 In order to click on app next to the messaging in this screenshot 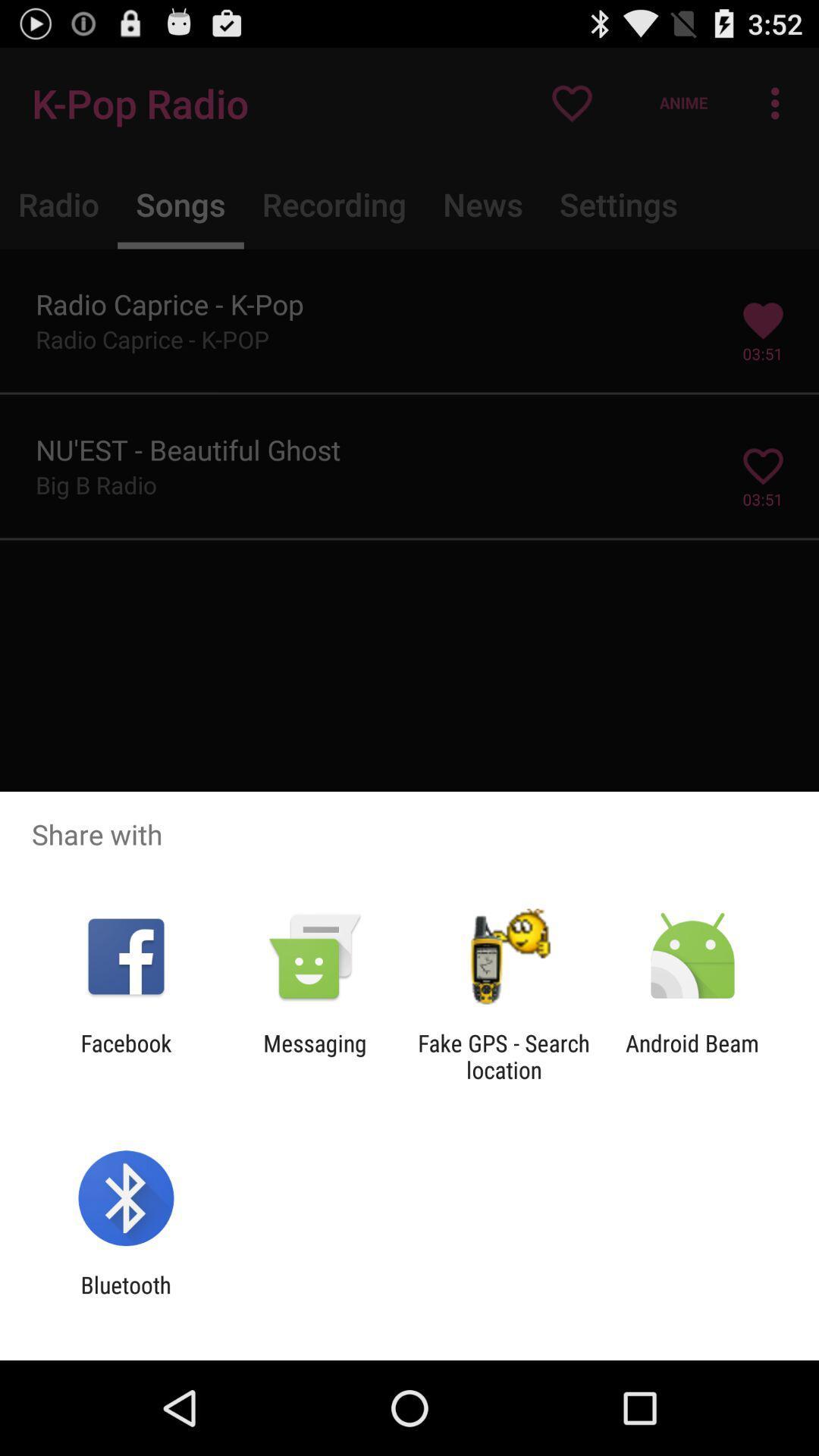, I will do `click(125, 1056)`.